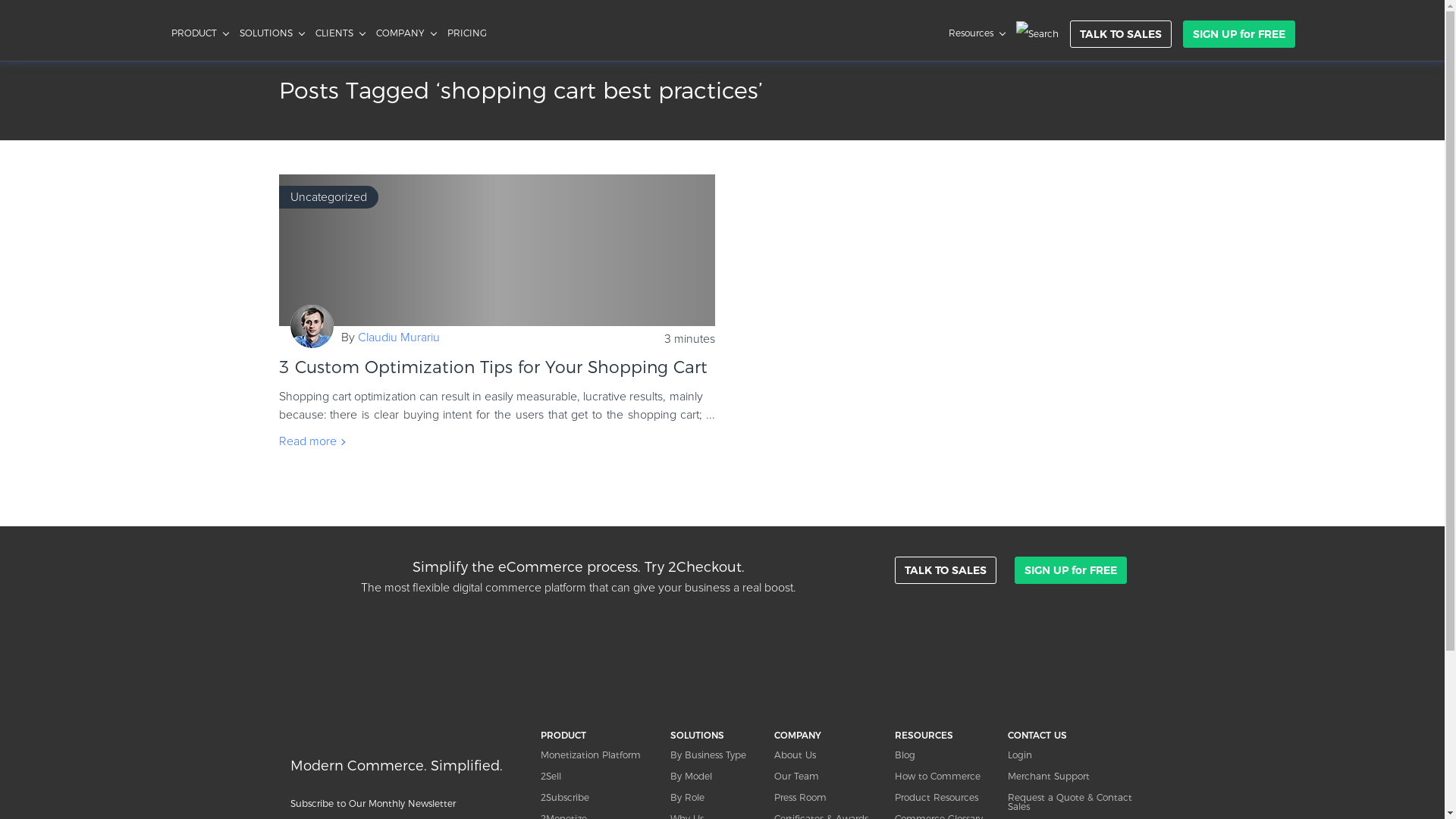  Describe the element at coordinates (596, 734) in the screenshot. I see `'PRODUCT'` at that location.